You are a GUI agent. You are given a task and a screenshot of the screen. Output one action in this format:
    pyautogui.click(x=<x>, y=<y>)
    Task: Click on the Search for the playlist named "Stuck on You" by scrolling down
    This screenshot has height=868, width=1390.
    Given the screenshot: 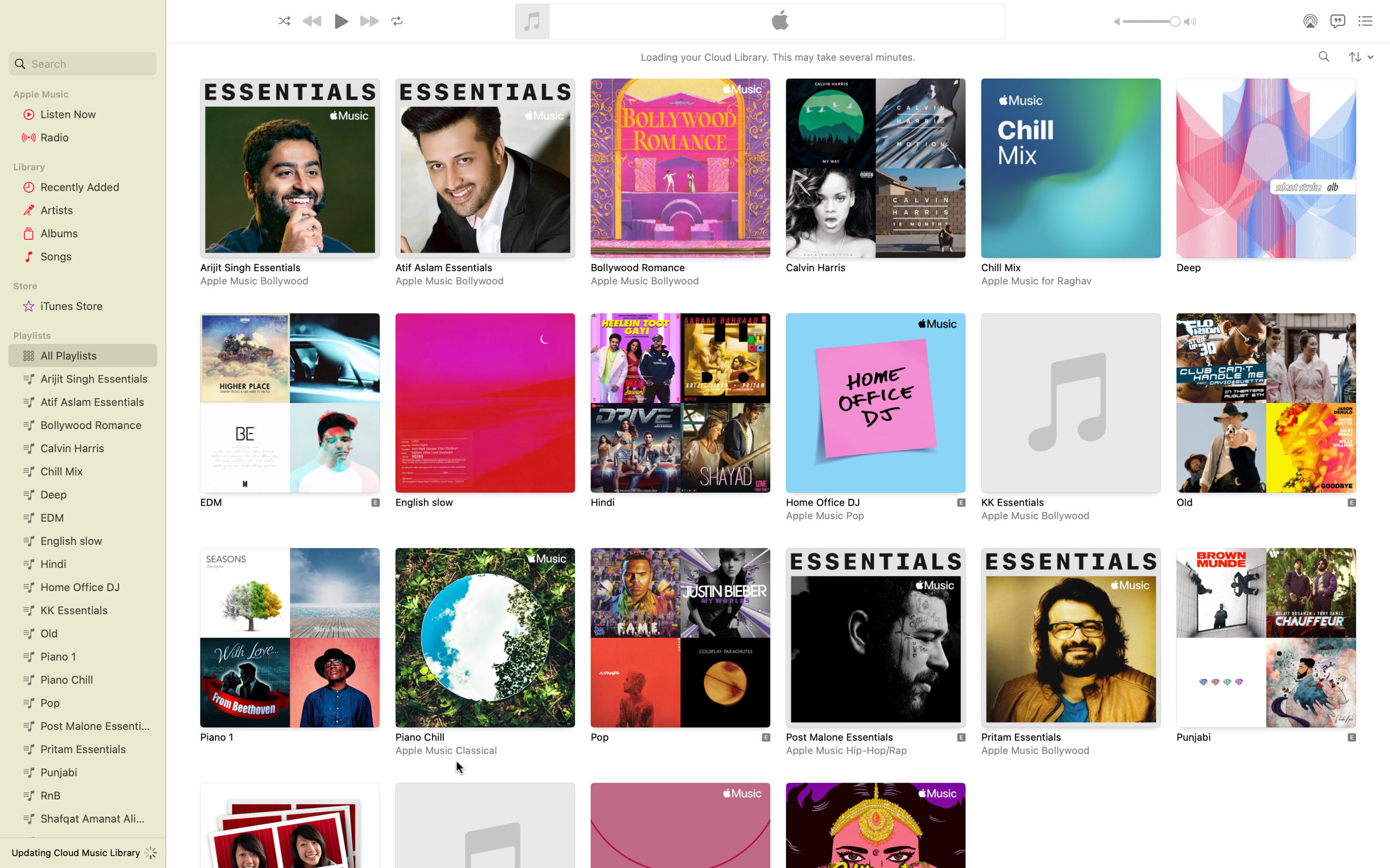 What is the action you would take?
    pyautogui.click(x=2619455, y=958272)
    